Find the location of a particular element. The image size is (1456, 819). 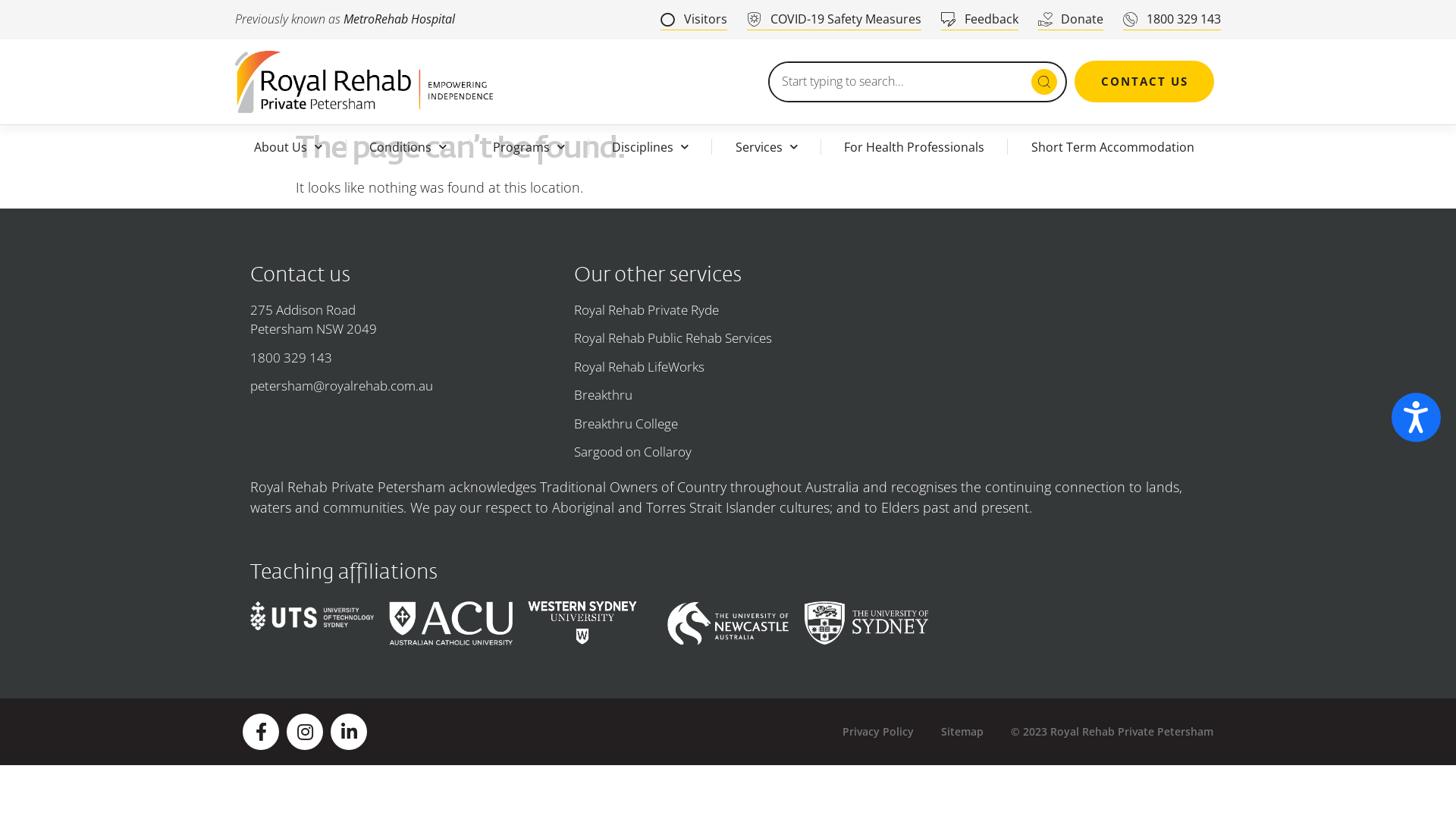

'1800 329 143' is located at coordinates (1171, 20).